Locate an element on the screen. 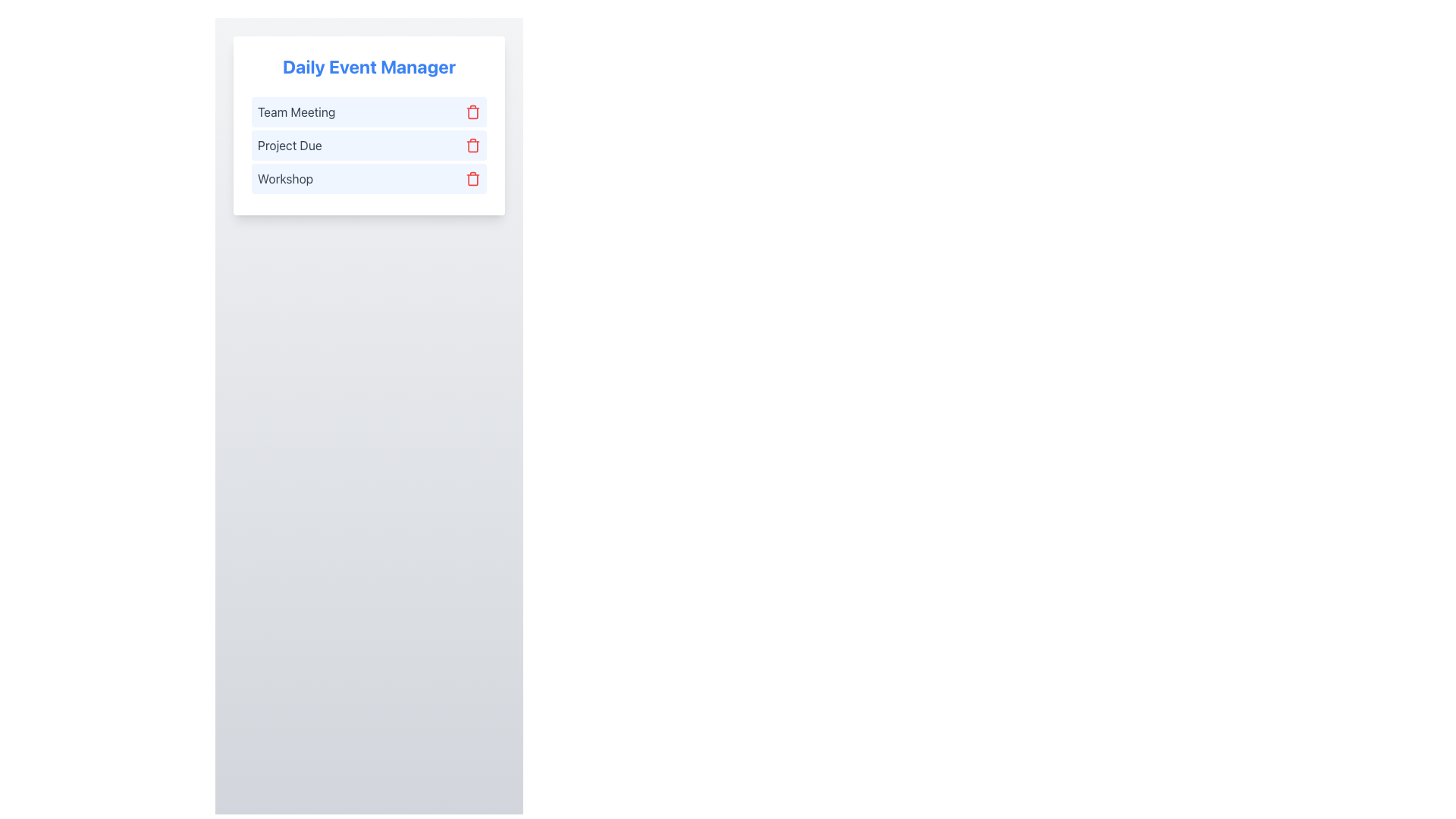 The width and height of the screenshot is (1456, 819). the 'Workshop' list item, which is the third item in the vertically stacked list within the 'Daily Event Manager' card is located at coordinates (369, 177).